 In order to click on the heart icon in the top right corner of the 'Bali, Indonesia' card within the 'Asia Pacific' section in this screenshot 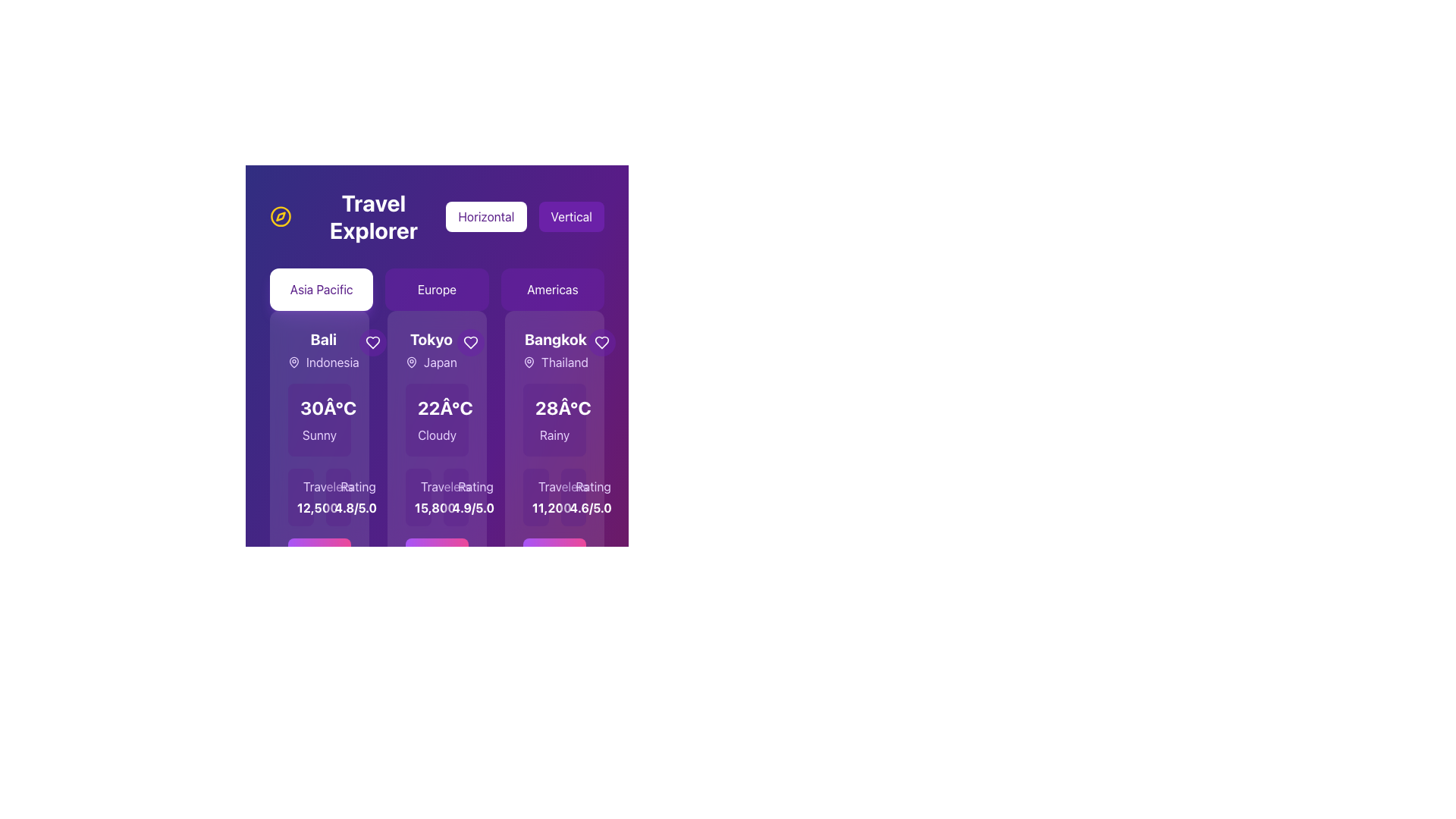, I will do `click(372, 342)`.